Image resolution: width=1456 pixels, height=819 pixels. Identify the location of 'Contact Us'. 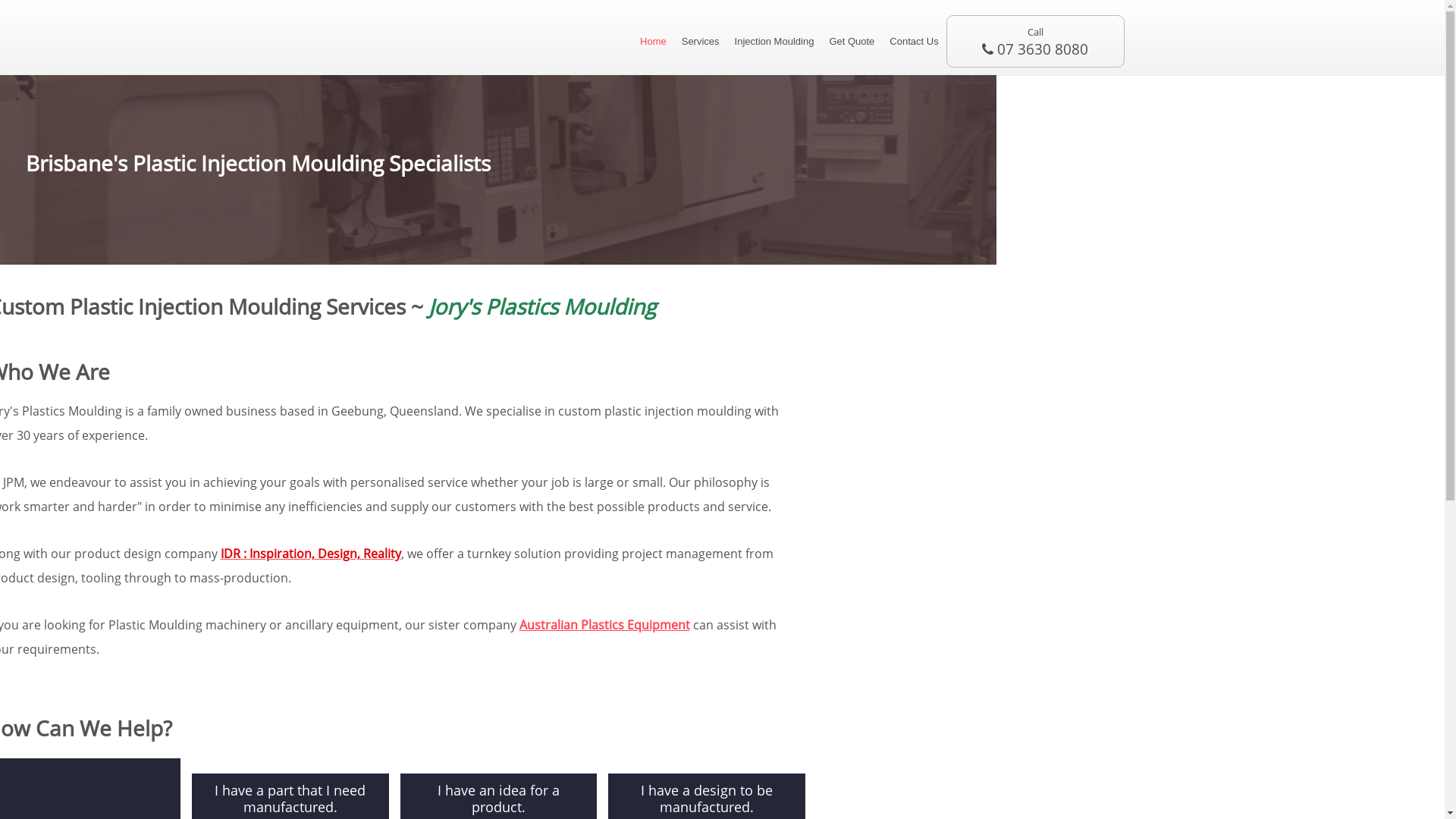
(912, 40).